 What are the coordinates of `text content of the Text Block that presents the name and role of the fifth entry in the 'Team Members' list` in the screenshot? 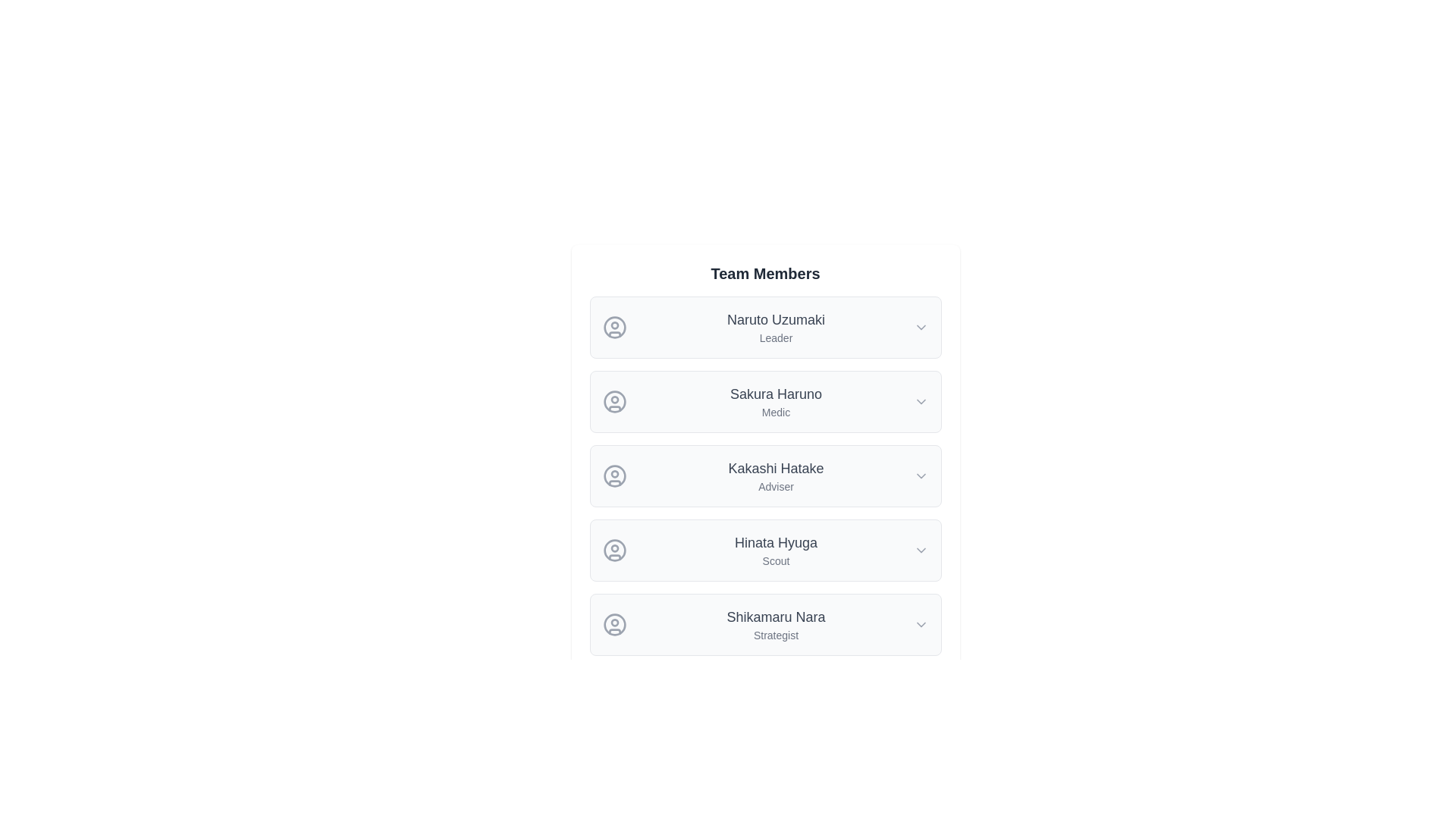 It's located at (776, 625).